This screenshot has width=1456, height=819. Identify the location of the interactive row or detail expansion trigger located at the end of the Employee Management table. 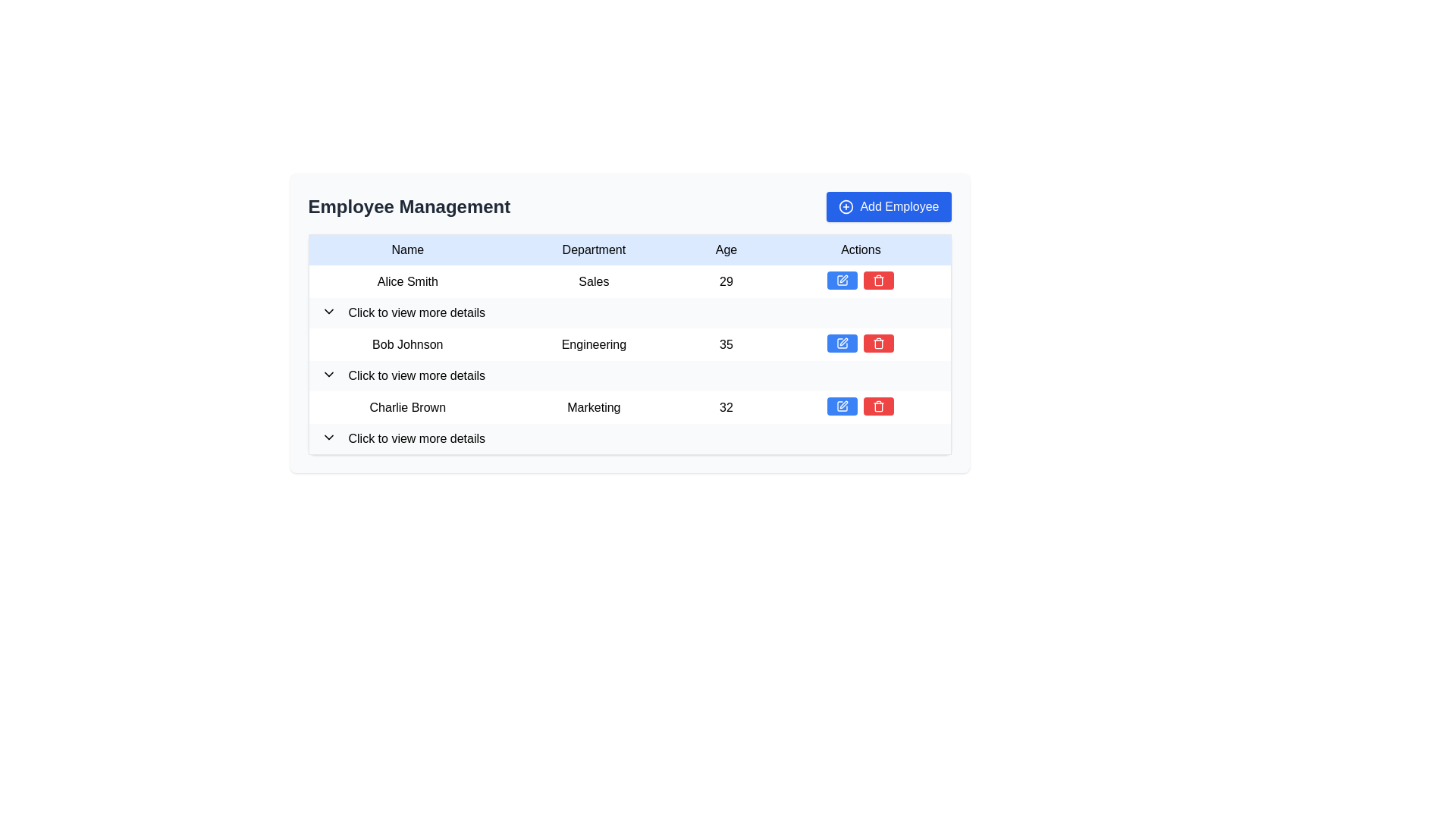
(629, 439).